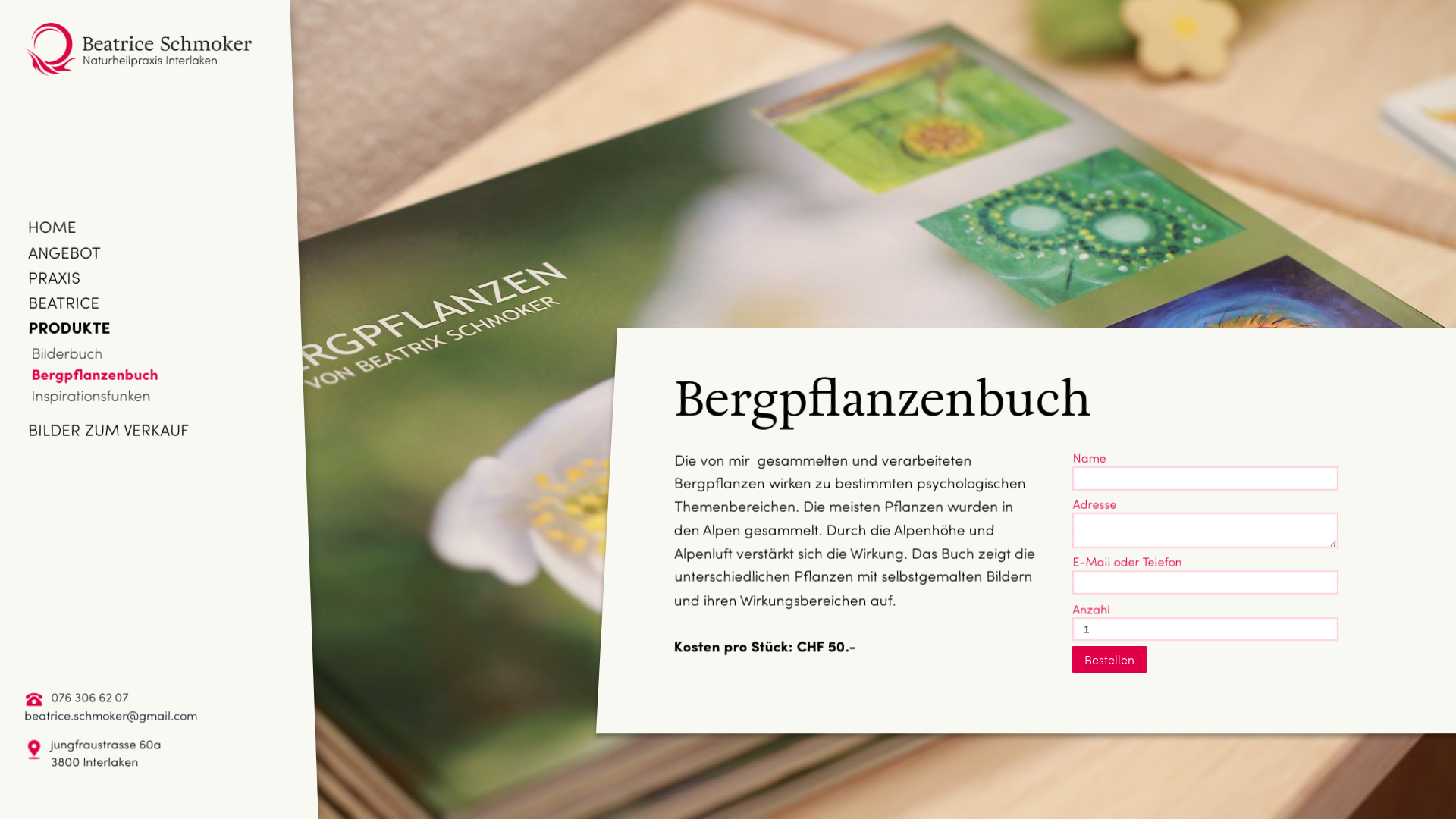 Image resolution: width=1456 pixels, height=819 pixels. Describe the element at coordinates (89, 696) in the screenshot. I see `'076 306 62 07'` at that location.